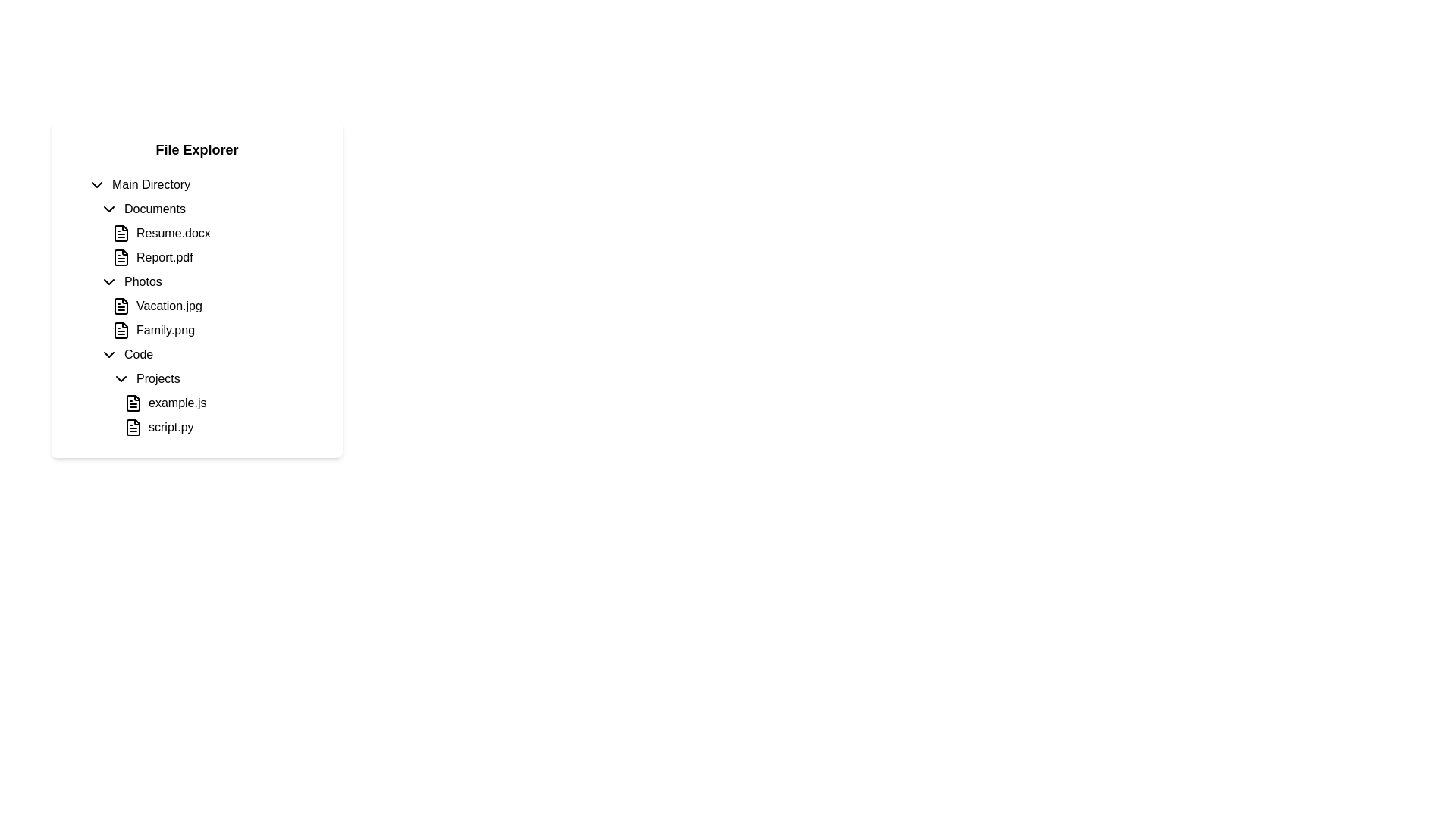  I want to click on the text label displaying 'example.js', so click(177, 403).